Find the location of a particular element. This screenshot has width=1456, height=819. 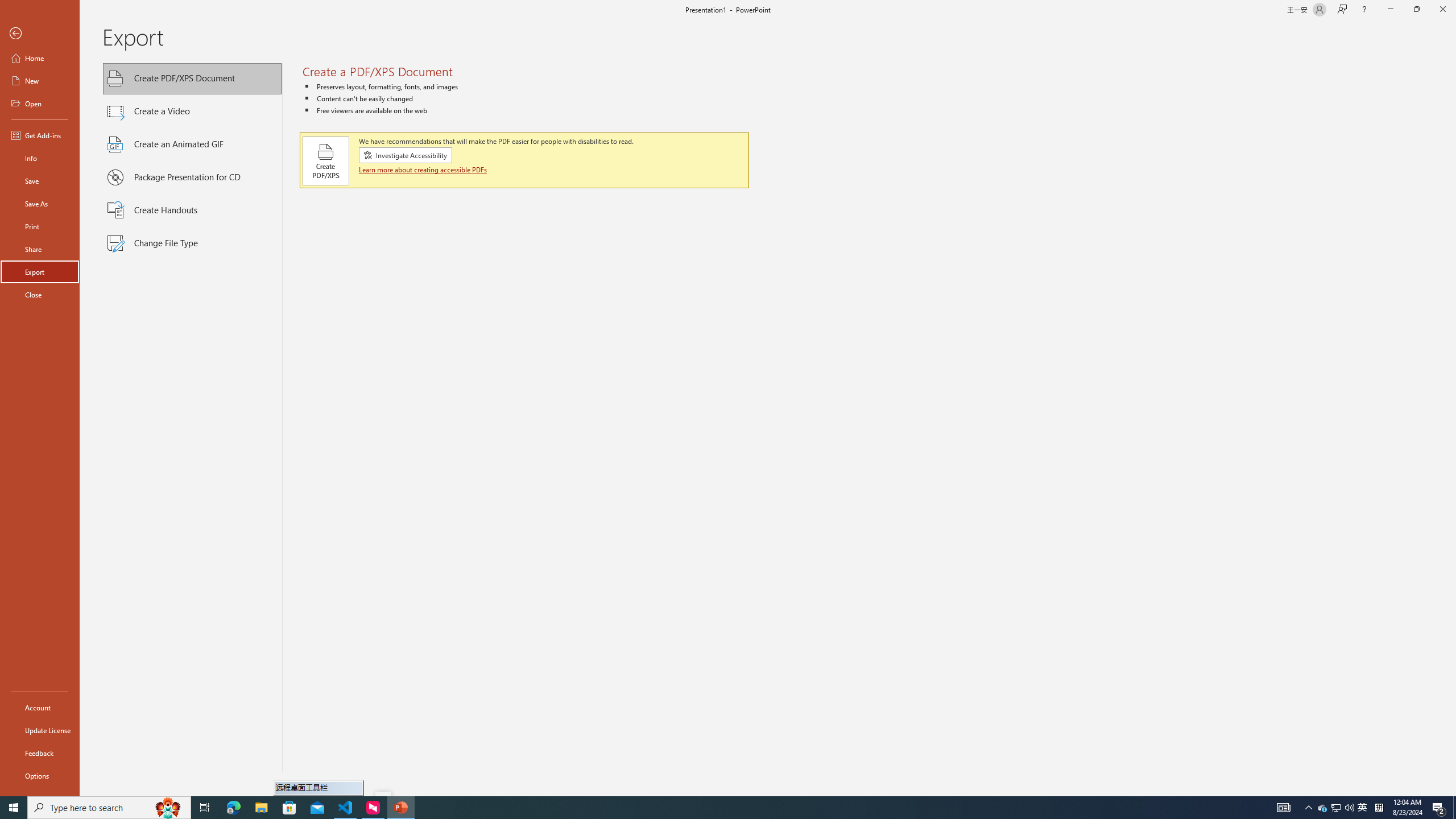

'Package Presentation for CD' is located at coordinates (192, 177).